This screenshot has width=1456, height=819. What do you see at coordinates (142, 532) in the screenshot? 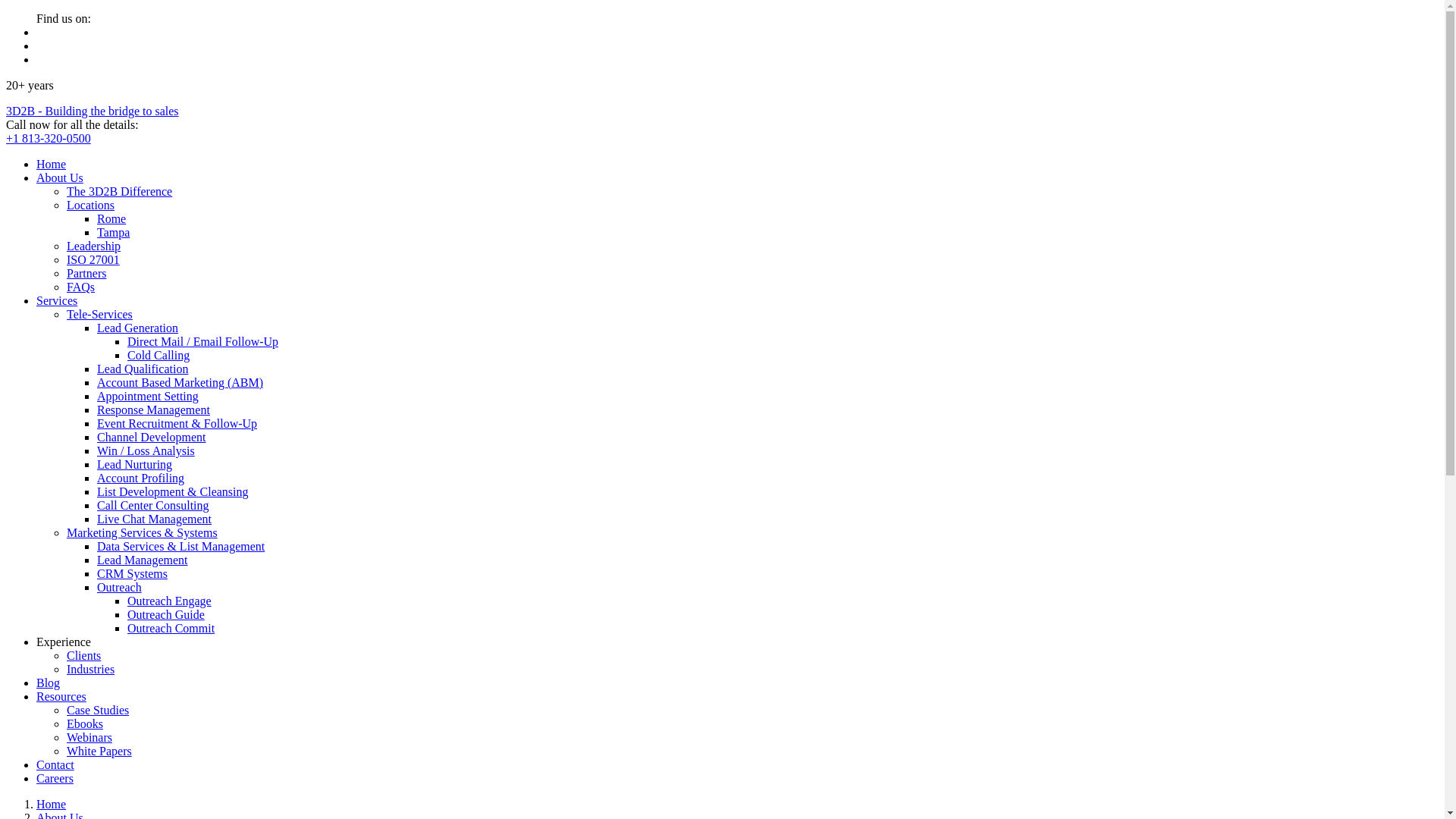
I see `'Marketing Services & Systems'` at bounding box center [142, 532].